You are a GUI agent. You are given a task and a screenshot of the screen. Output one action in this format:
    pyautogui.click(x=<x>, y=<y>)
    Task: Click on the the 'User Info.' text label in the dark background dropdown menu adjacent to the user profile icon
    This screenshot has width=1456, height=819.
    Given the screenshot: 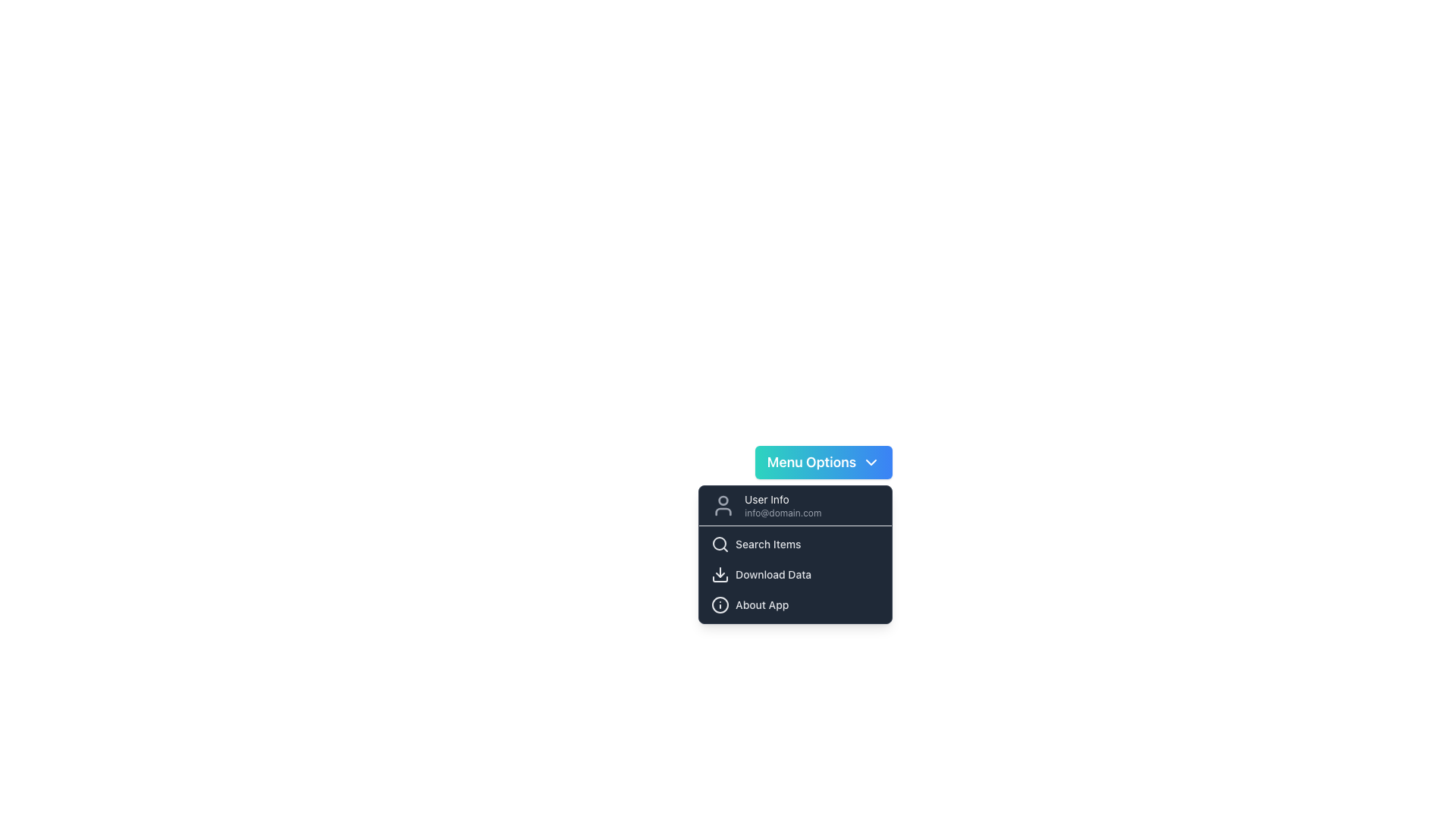 What is the action you would take?
    pyautogui.click(x=783, y=500)
    